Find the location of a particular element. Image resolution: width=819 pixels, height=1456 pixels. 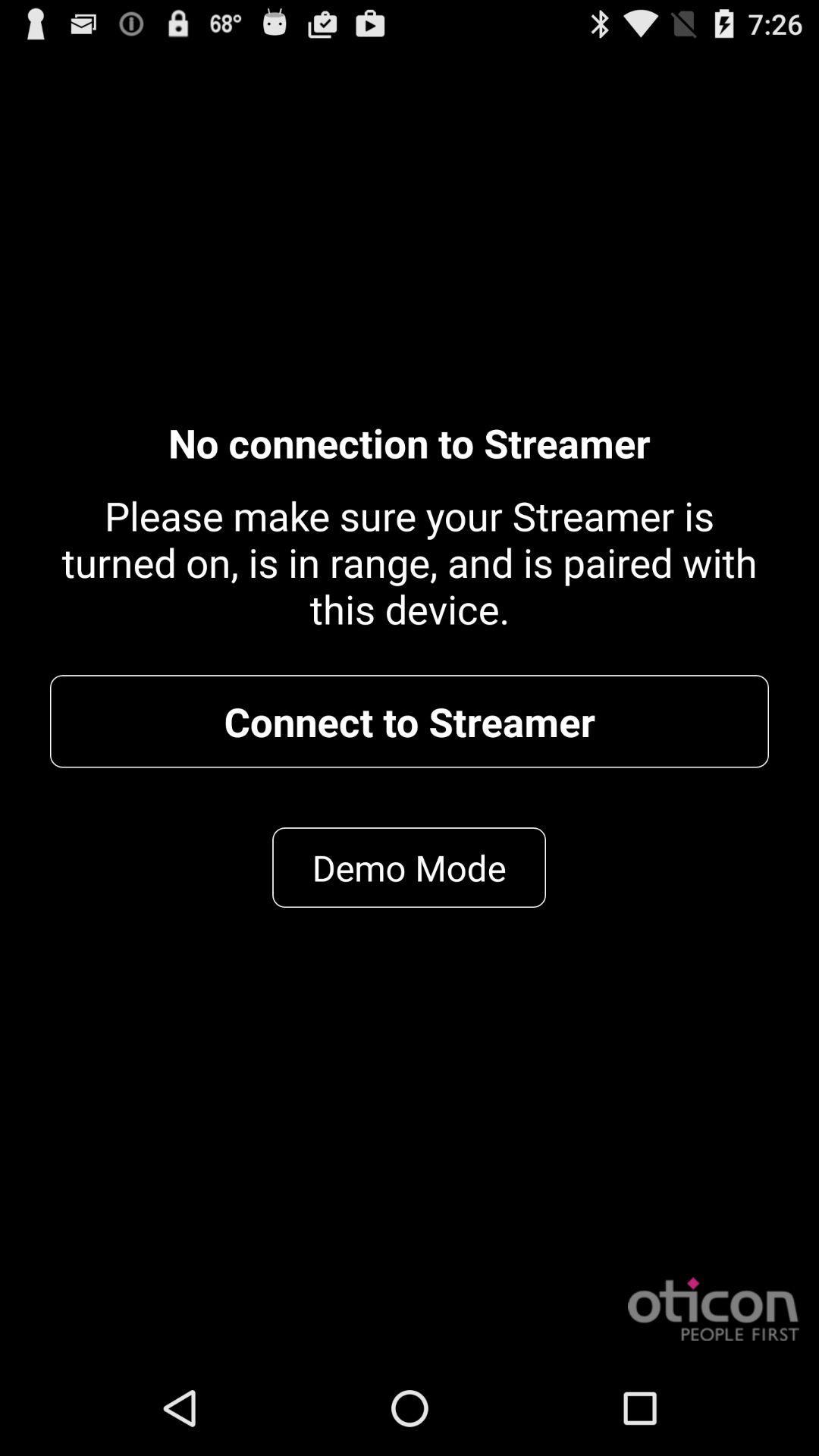

item below connect to streamer is located at coordinates (408, 868).